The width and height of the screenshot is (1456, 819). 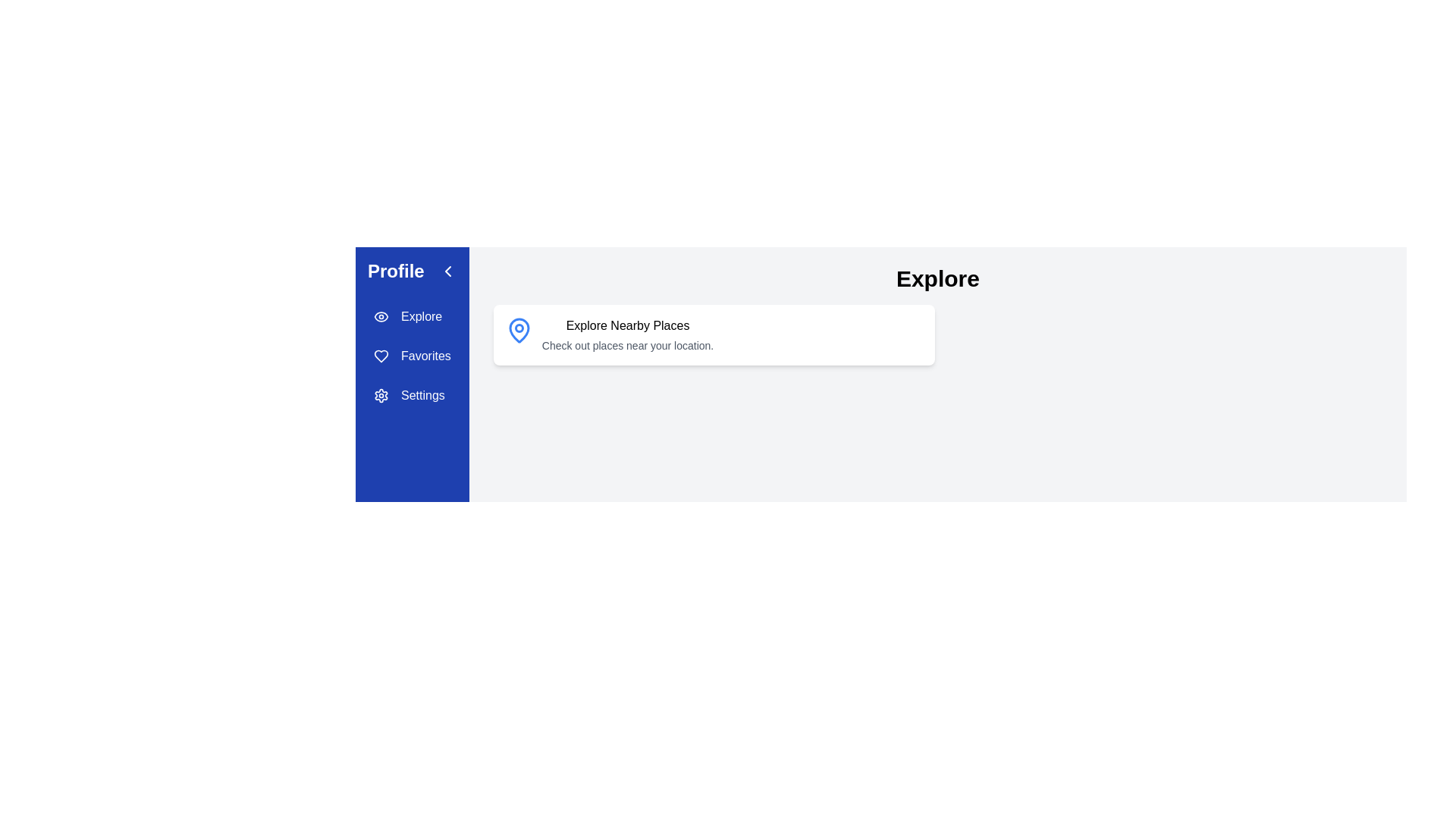 What do you see at coordinates (412, 271) in the screenshot?
I see `the label element that serves as a header for the sidebar, indicating the current section of the navigation area for accessibility navigation` at bounding box center [412, 271].